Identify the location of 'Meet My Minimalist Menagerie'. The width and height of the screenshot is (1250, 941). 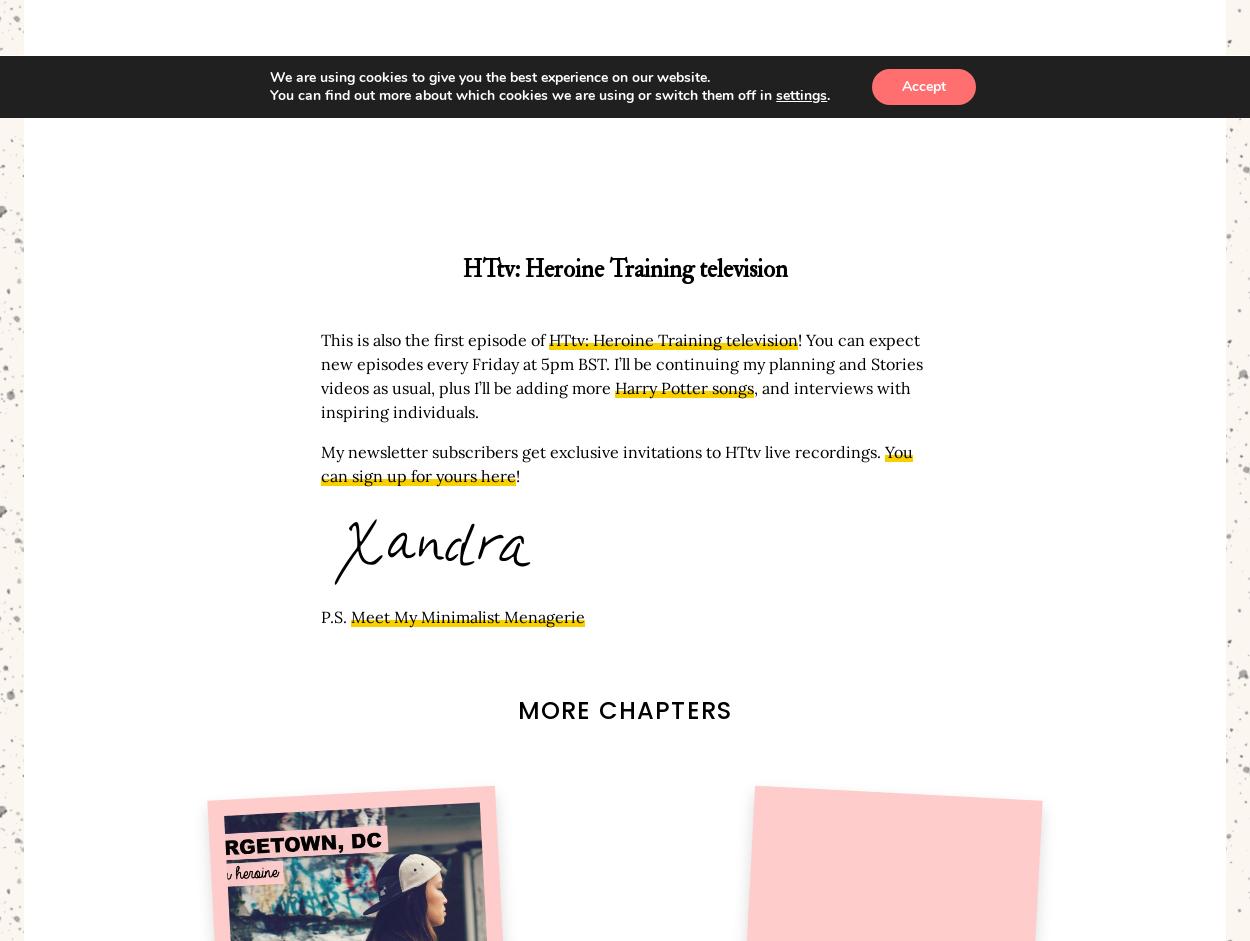
(467, 617).